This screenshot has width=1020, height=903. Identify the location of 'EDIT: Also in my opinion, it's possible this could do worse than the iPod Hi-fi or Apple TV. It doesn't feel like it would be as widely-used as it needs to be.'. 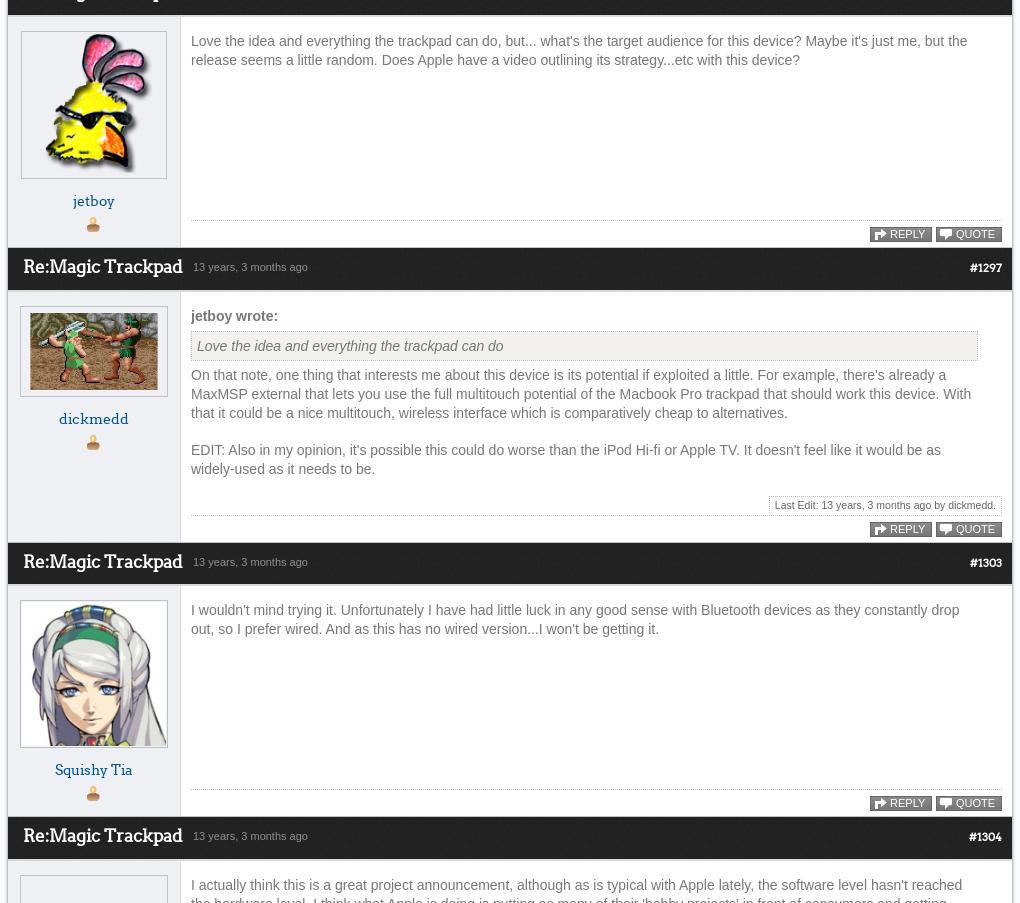
(190, 458).